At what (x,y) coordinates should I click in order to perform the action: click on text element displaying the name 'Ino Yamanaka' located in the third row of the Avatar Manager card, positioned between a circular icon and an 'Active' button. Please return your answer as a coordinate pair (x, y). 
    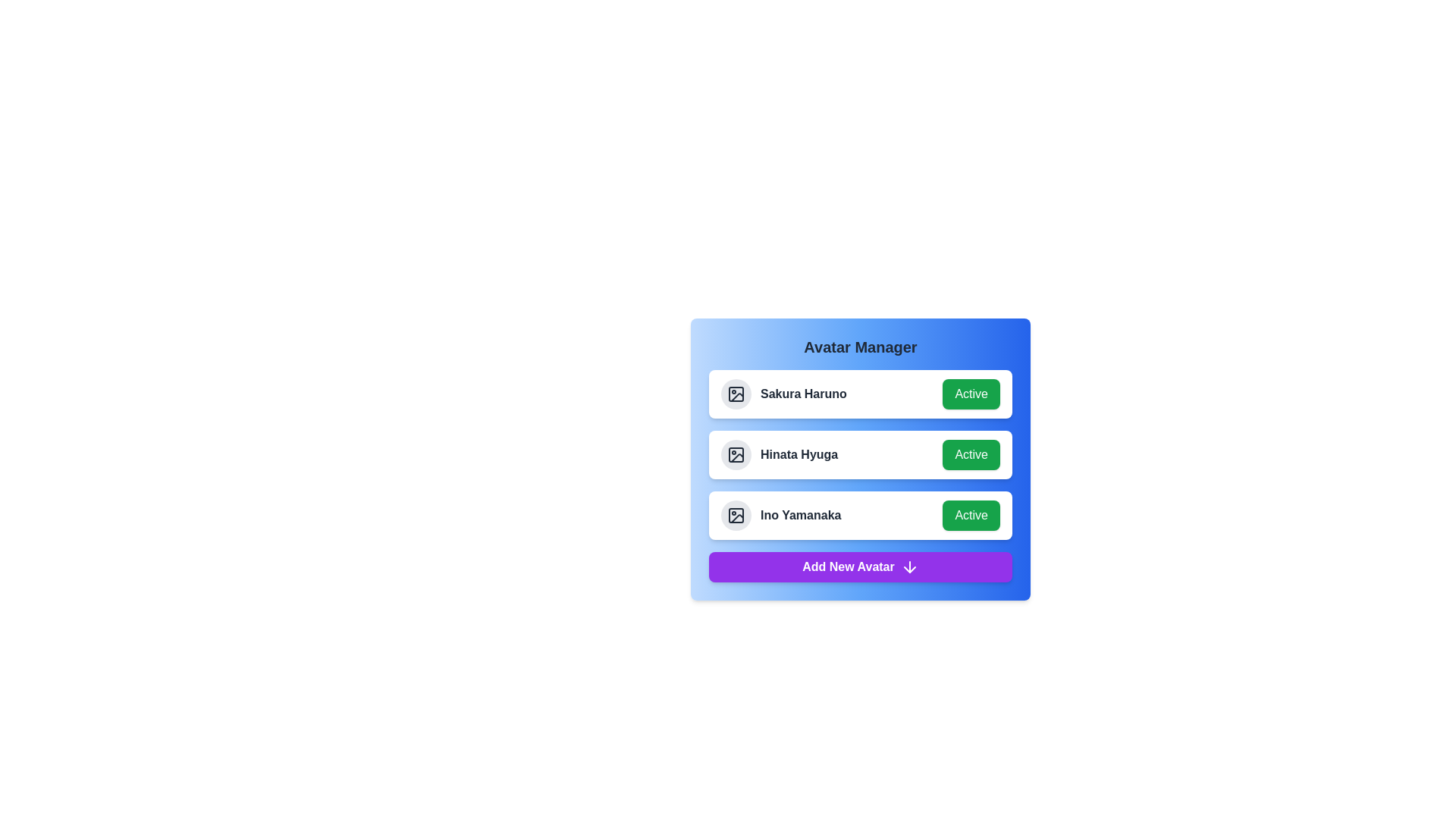
    Looking at the image, I should click on (800, 514).